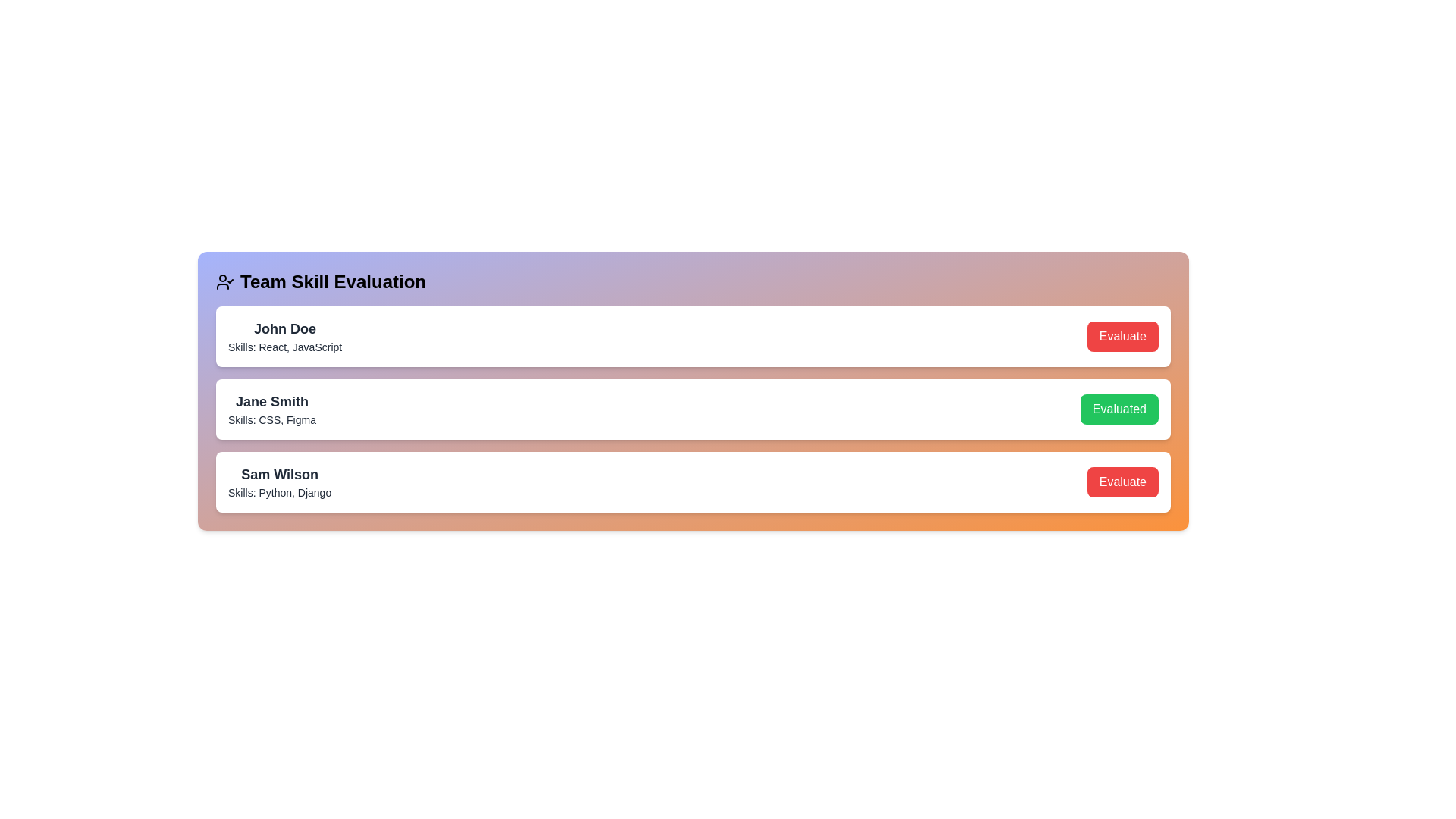 The width and height of the screenshot is (1456, 819). I want to click on the rectangular button with a red background and white text labeled 'Evaluate', so click(1122, 335).